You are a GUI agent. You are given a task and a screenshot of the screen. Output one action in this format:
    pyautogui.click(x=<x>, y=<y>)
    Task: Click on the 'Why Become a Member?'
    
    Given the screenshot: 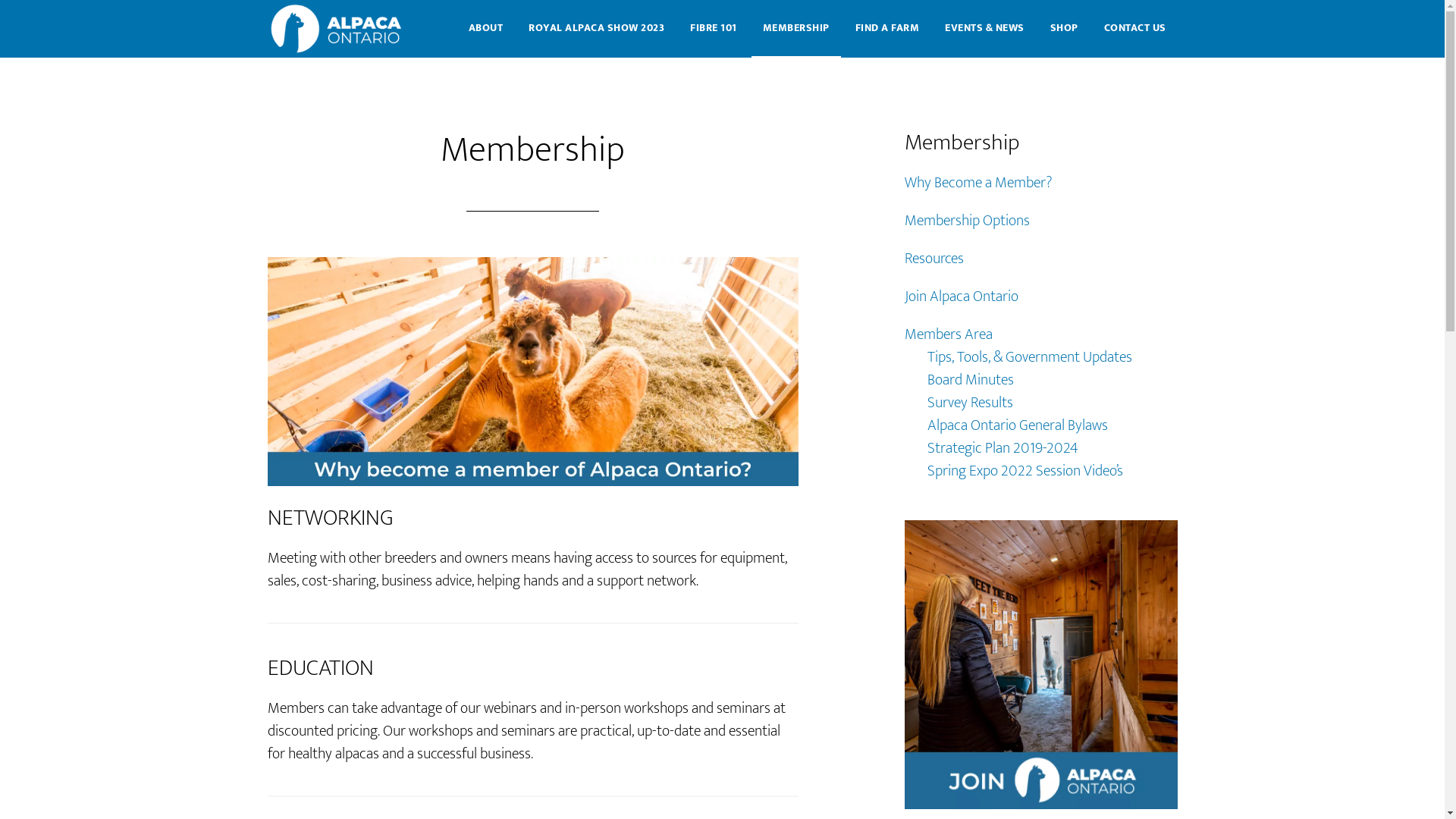 What is the action you would take?
    pyautogui.click(x=903, y=181)
    